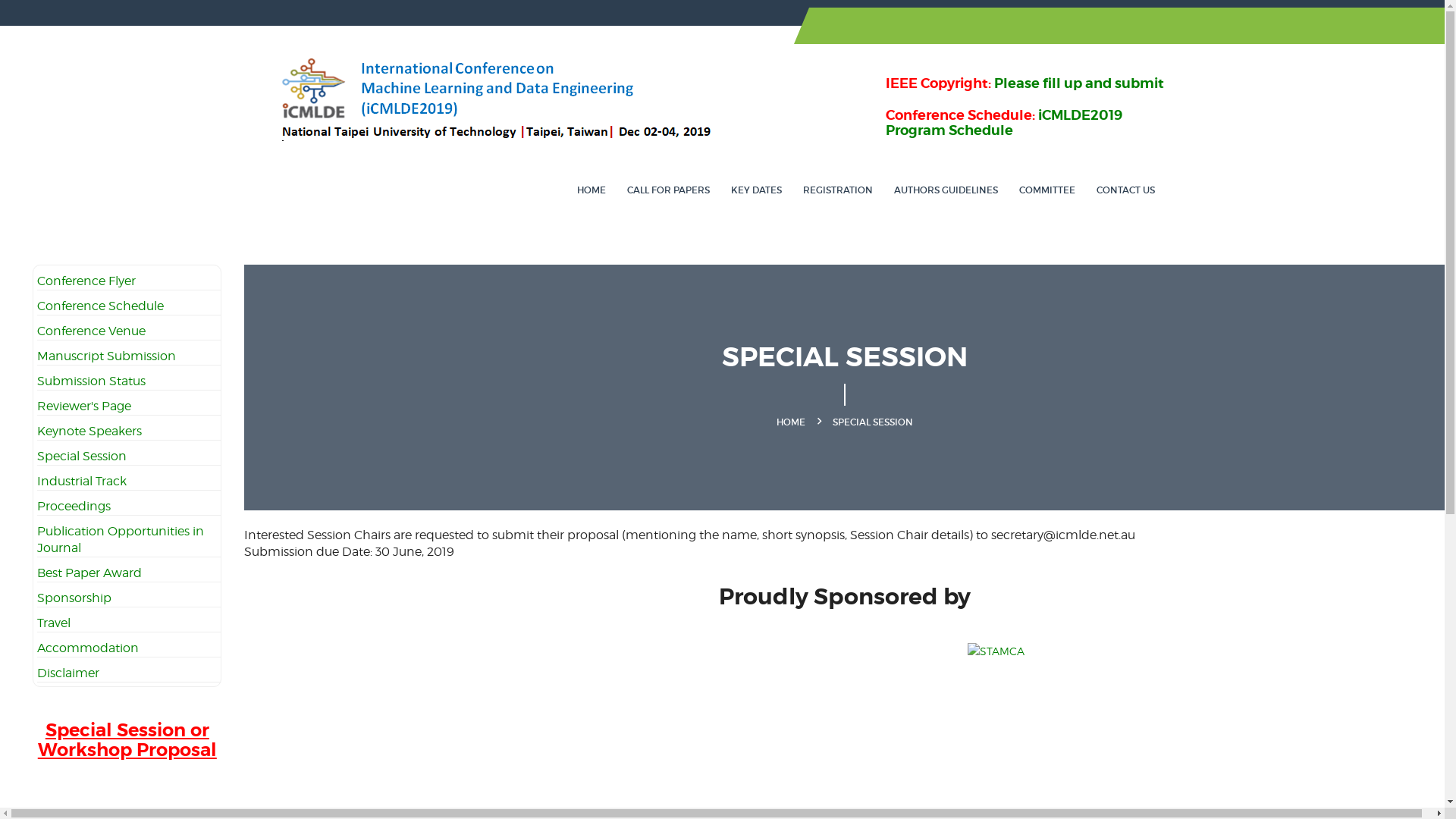 Image resolution: width=1456 pixels, height=819 pixels. Describe the element at coordinates (1077, 83) in the screenshot. I see `'Please fill up and submit'` at that location.